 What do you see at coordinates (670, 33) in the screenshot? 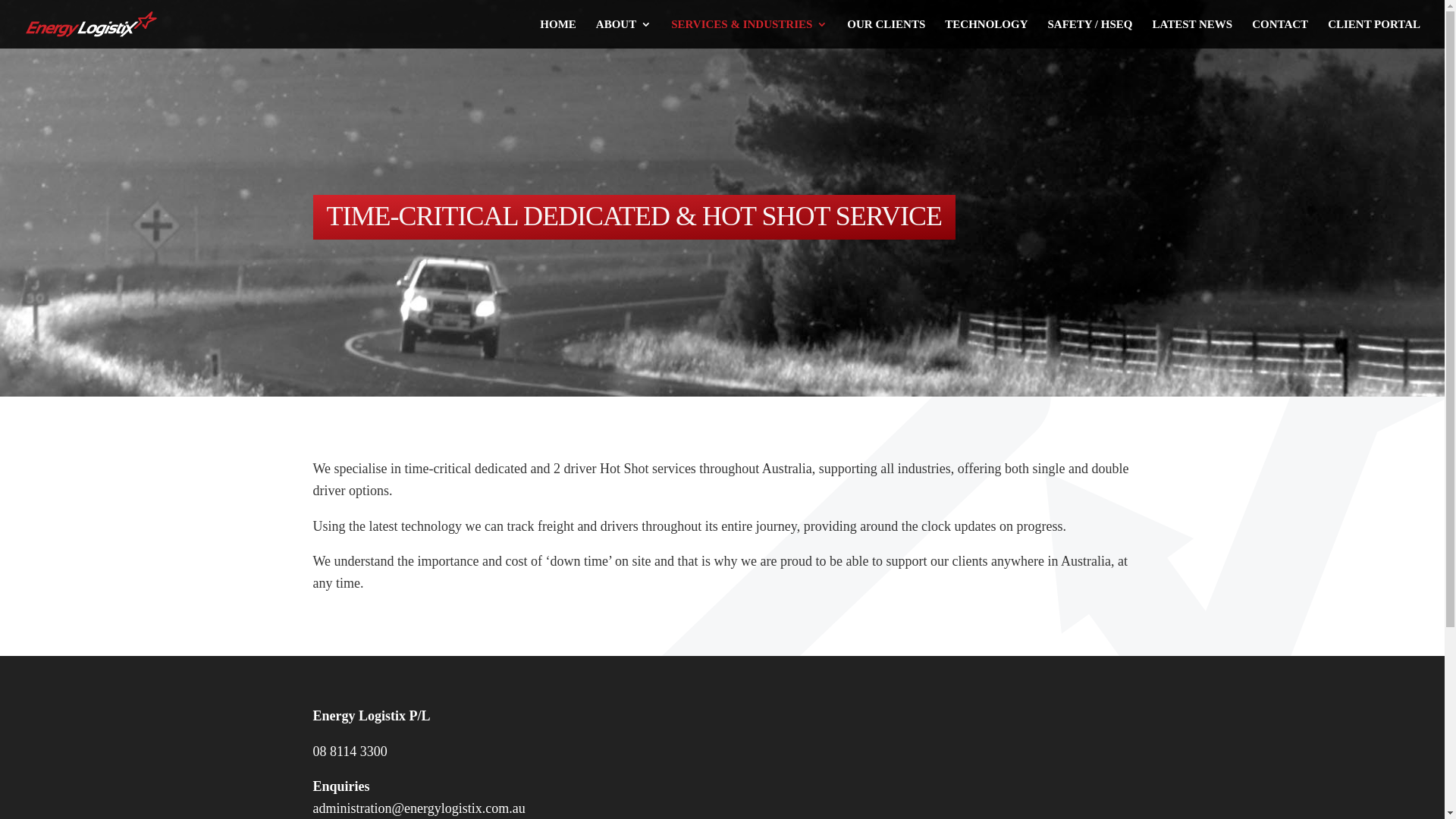
I see `'SERVICES & INDUSTRIES'` at bounding box center [670, 33].